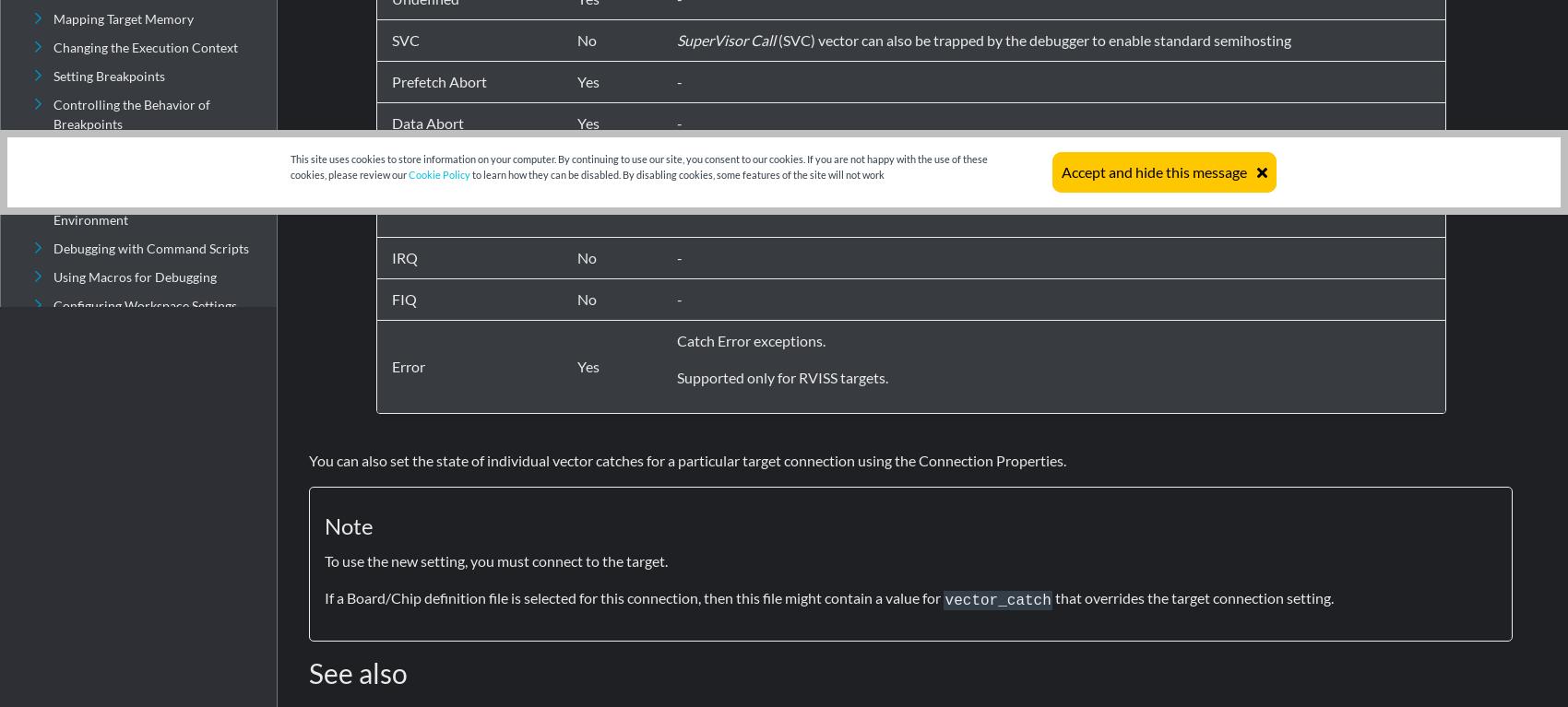  Describe the element at coordinates (997, 599) in the screenshot. I see `'vector_catch'` at that location.